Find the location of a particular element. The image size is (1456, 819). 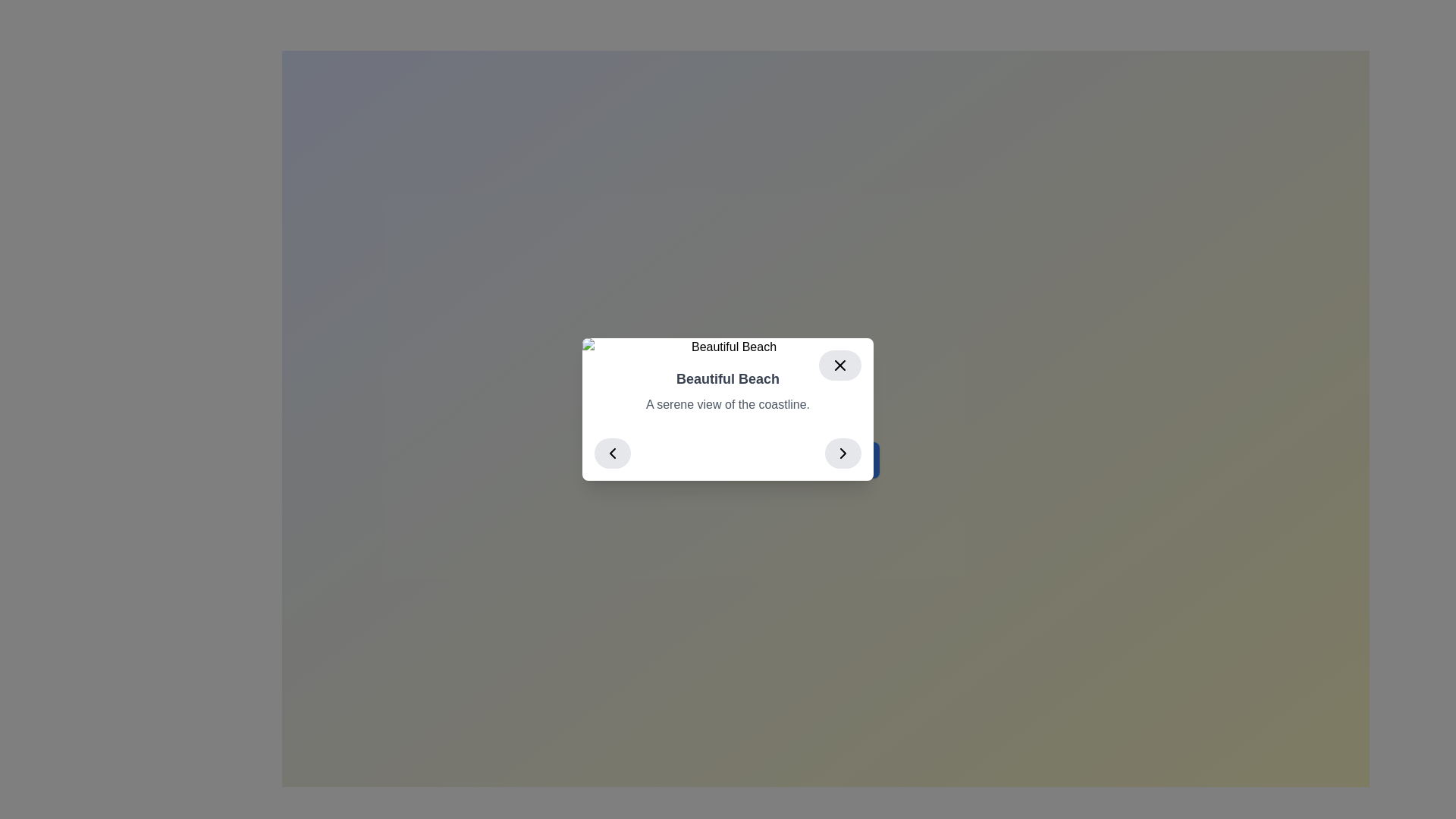

the 'X' icon, which is part of the close button in the top-right corner of the pop-up dialog titled 'Beautiful Beach' is located at coordinates (839, 366).